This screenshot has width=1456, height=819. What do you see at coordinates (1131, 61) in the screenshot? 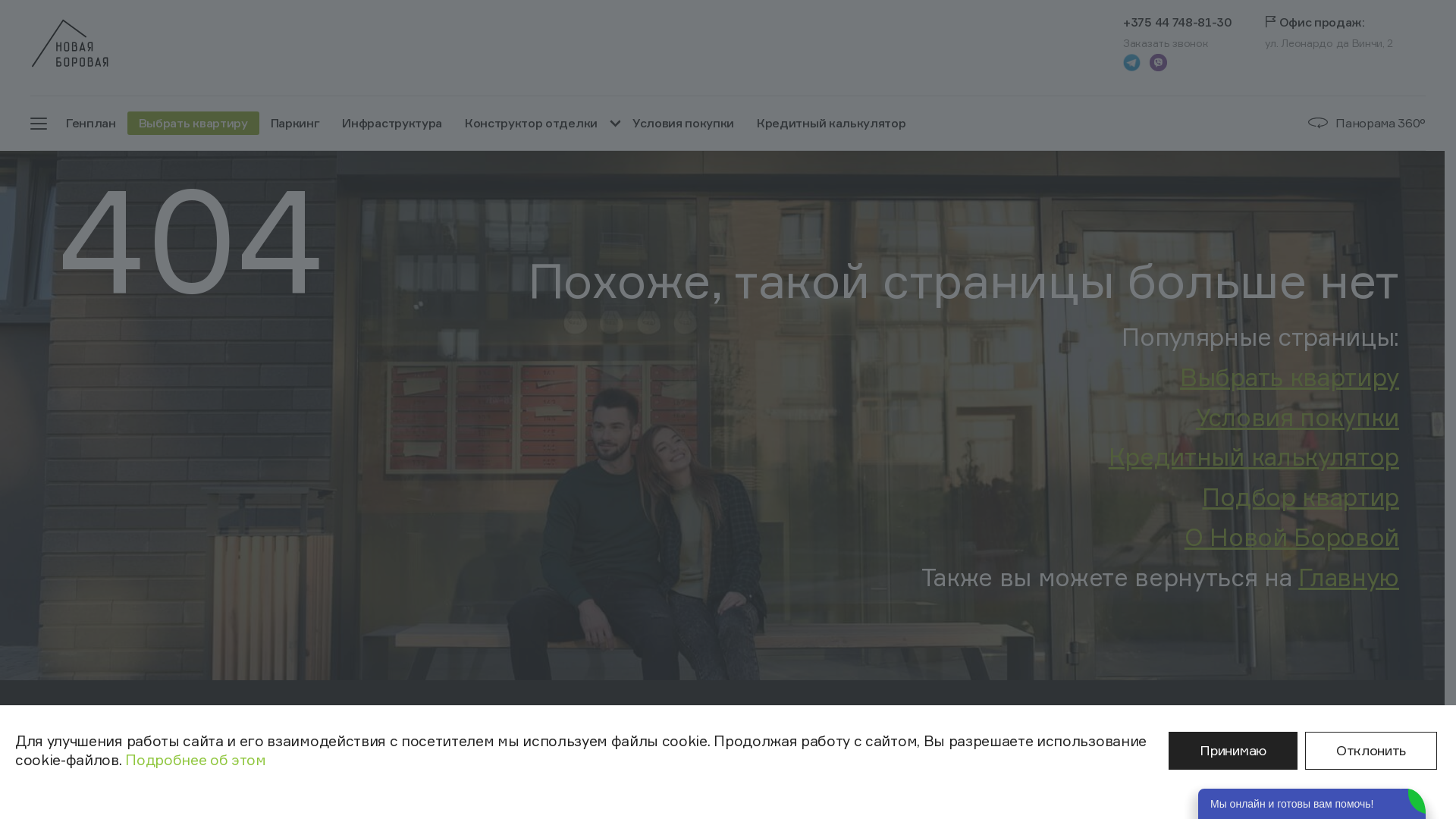
I see `'telegram'` at bounding box center [1131, 61].